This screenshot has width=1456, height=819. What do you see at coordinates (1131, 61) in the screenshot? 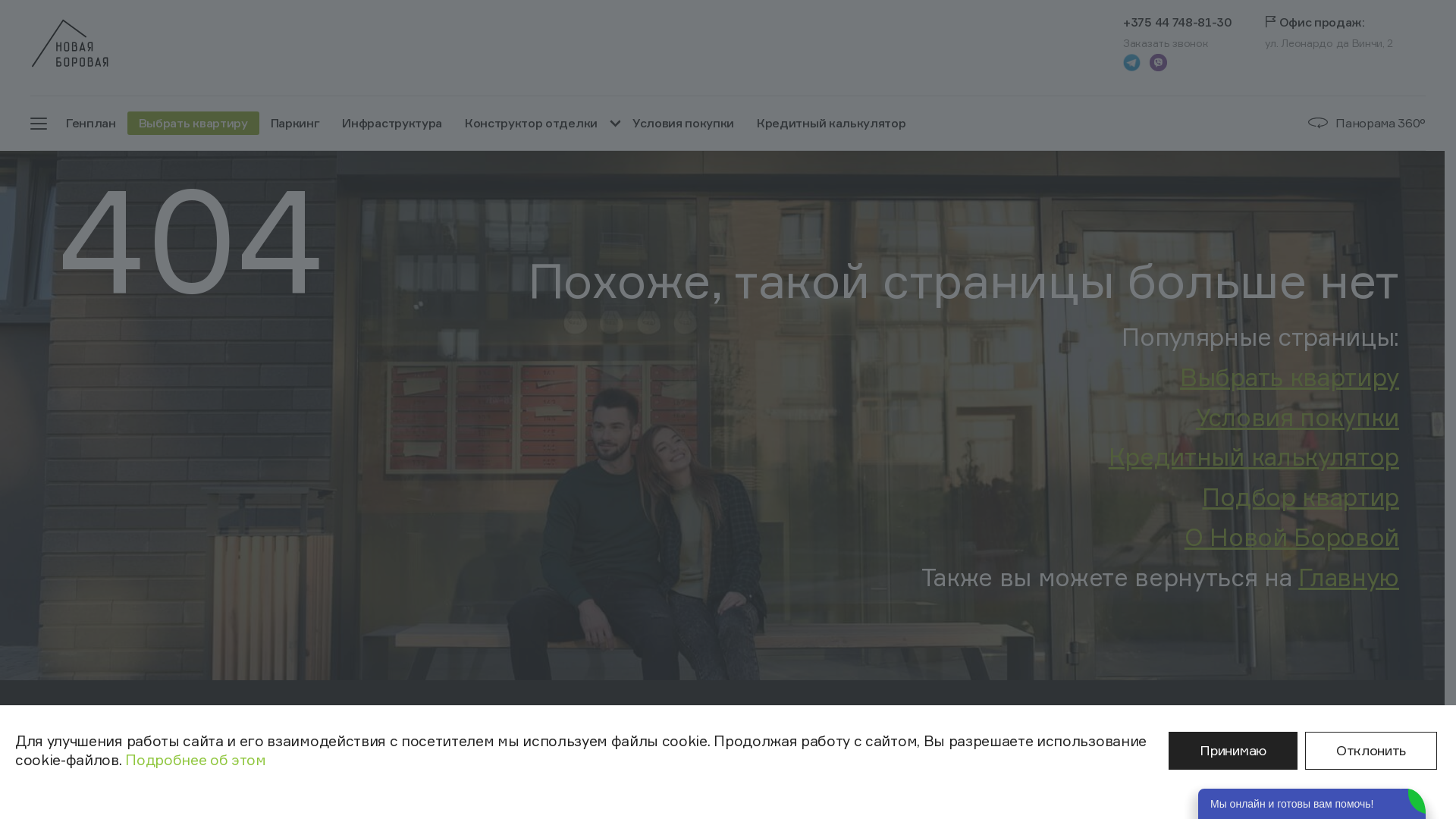
I see `'telegram'` at bounding box center [1131, 61].